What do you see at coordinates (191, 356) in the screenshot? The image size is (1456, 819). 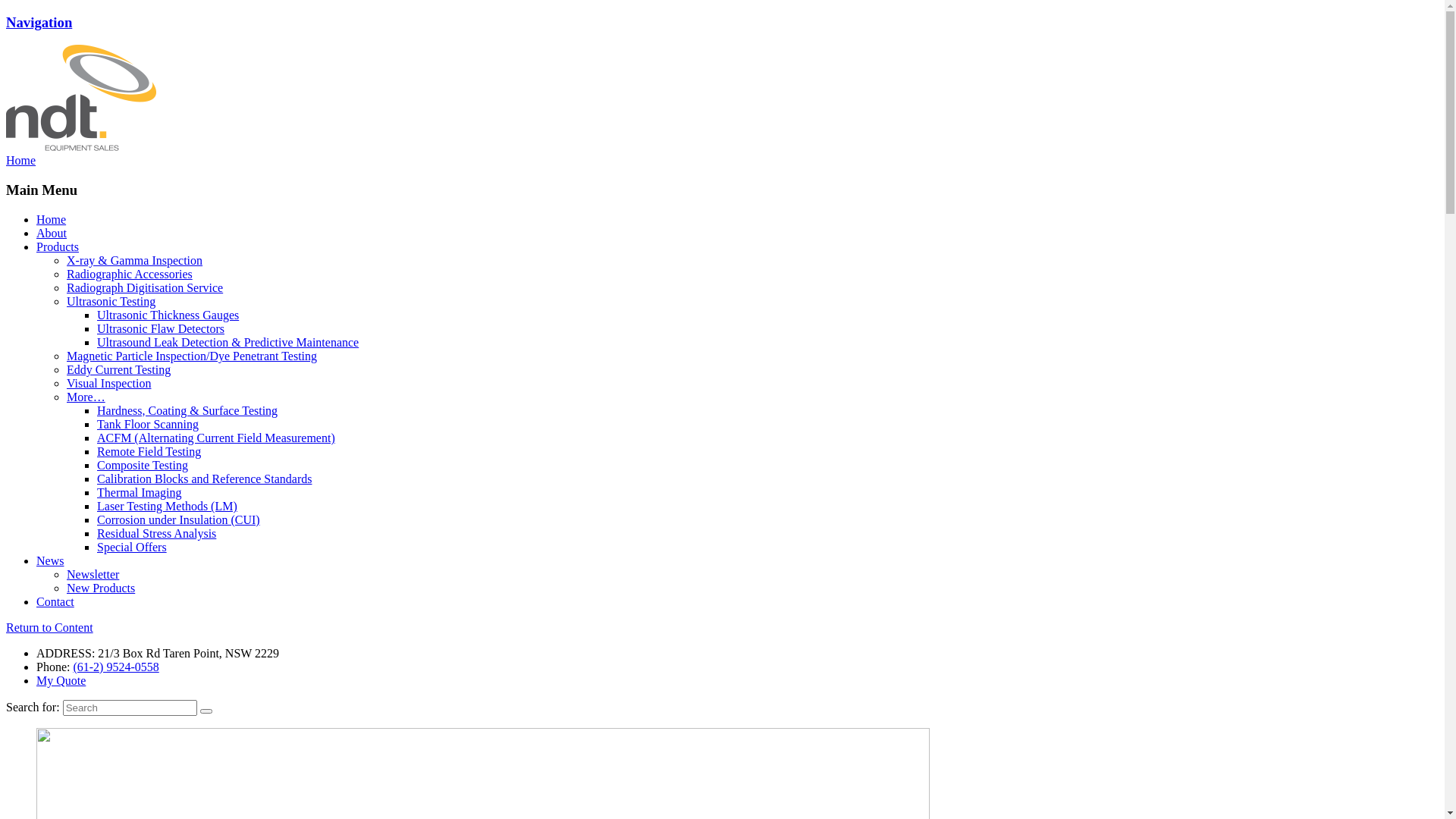 I see `'Magnetic Particle Inspection/Dye Penetrant Testing'` at bounding box center [191, 356].